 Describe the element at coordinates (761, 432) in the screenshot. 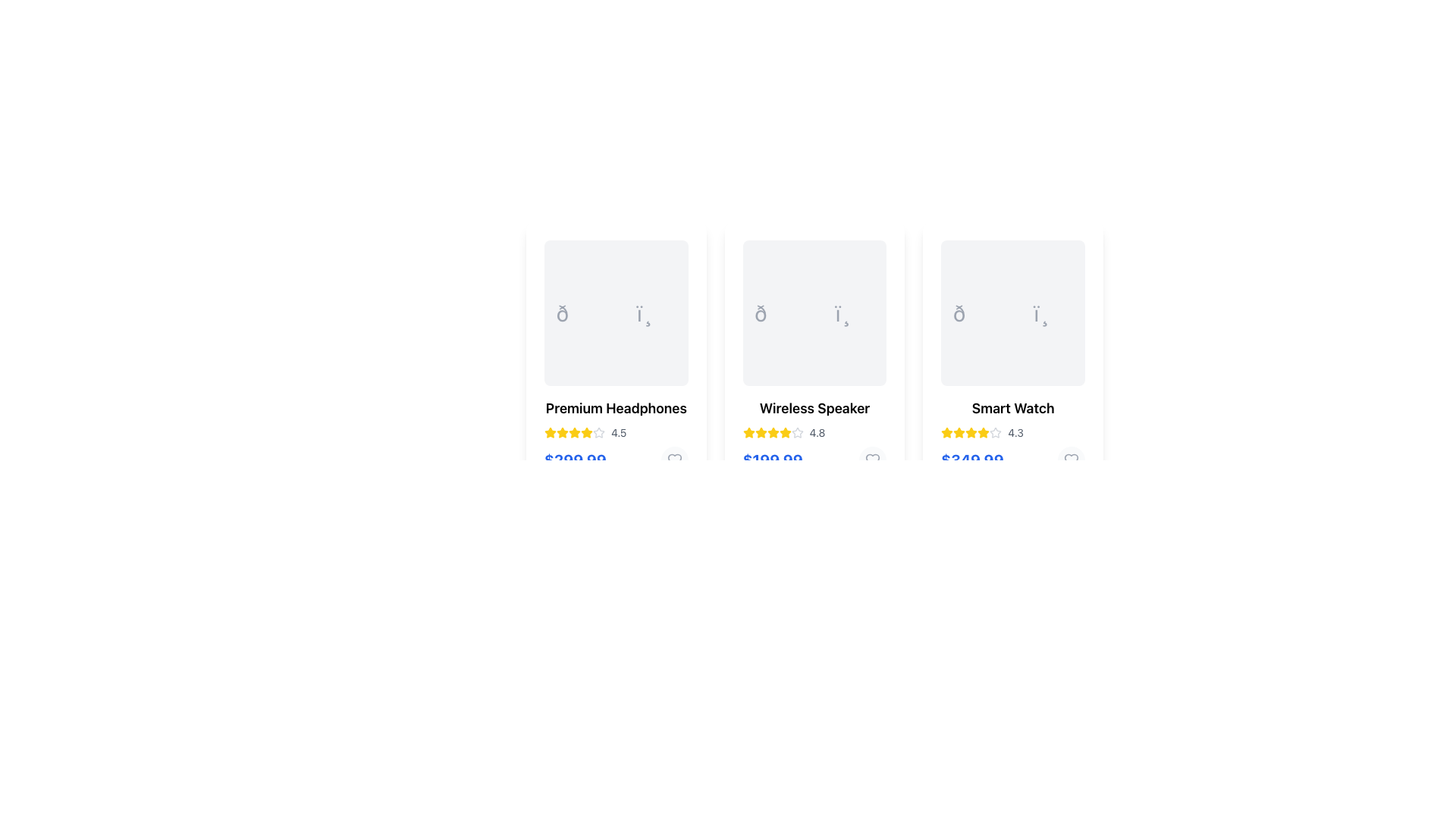

I see `the third yellow star icon in the rating section of the 'Wireless Speaker' product card` at that location.